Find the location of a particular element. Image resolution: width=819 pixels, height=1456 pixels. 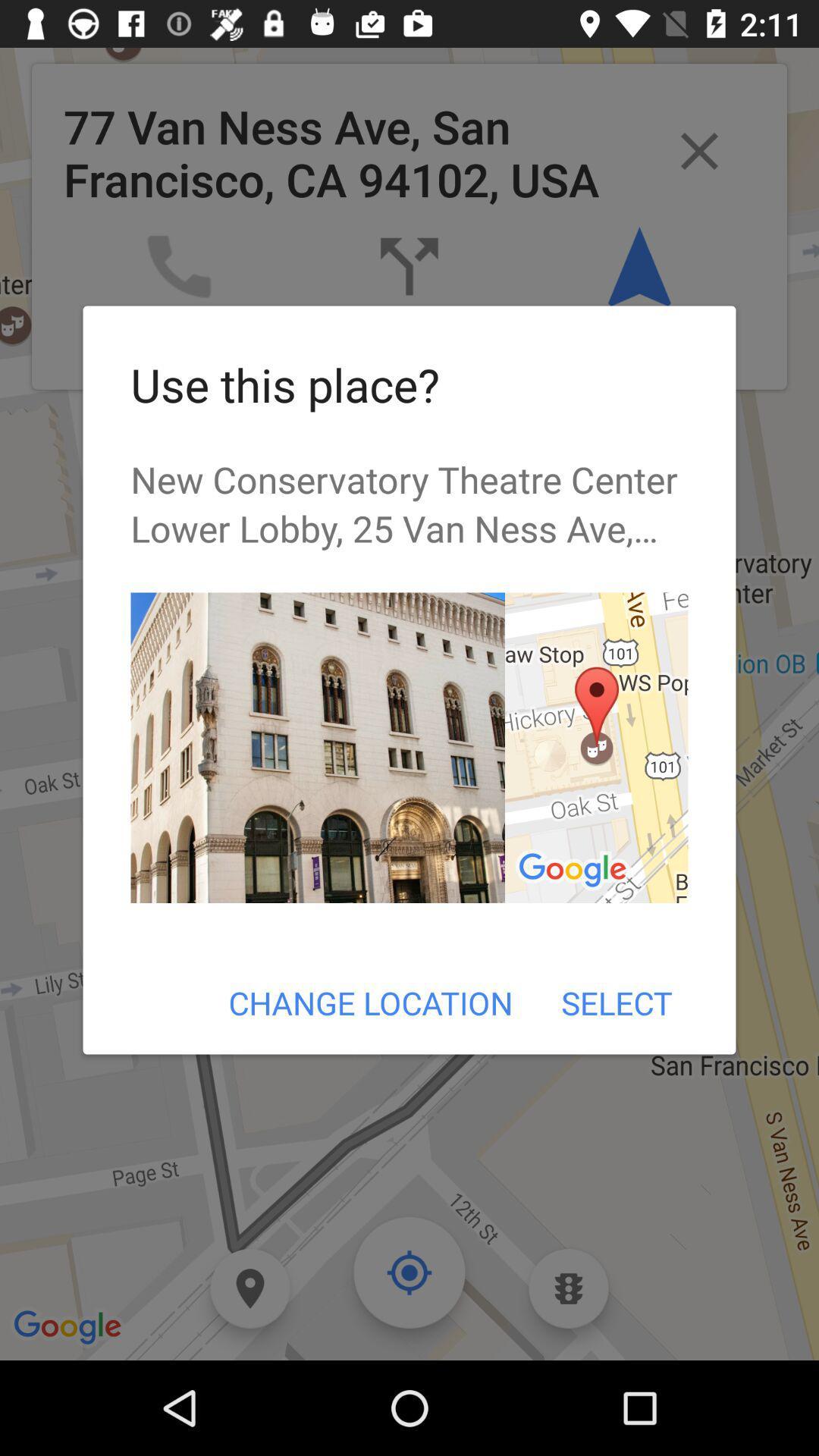

the icon above the change location icon is located at coordinates (595, 748).